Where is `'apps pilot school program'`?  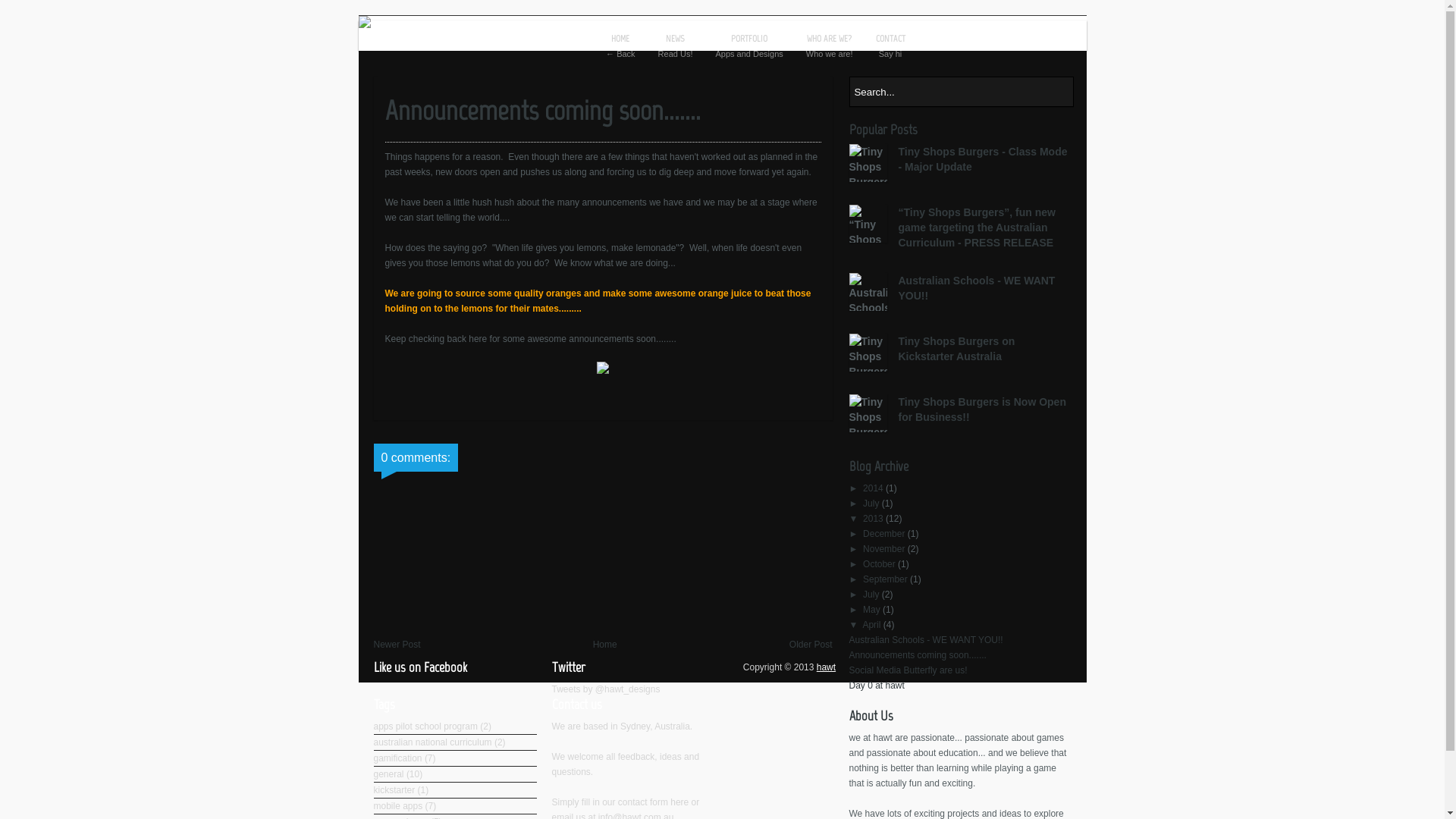
'apps pilot school program' is located at coordinates (425, 725).